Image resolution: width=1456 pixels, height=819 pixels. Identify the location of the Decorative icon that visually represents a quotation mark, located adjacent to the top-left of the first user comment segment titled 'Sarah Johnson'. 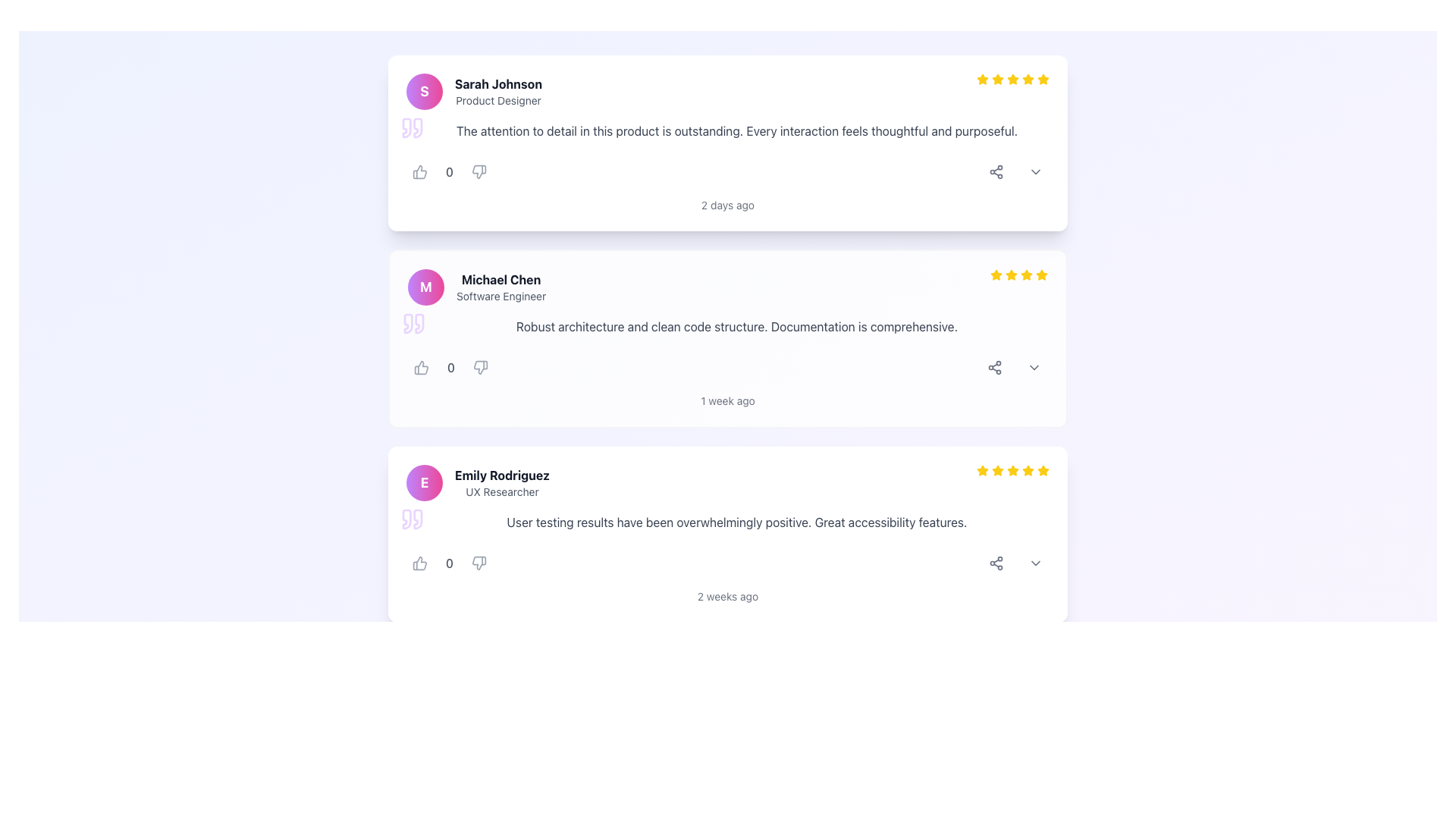
(406, 127).